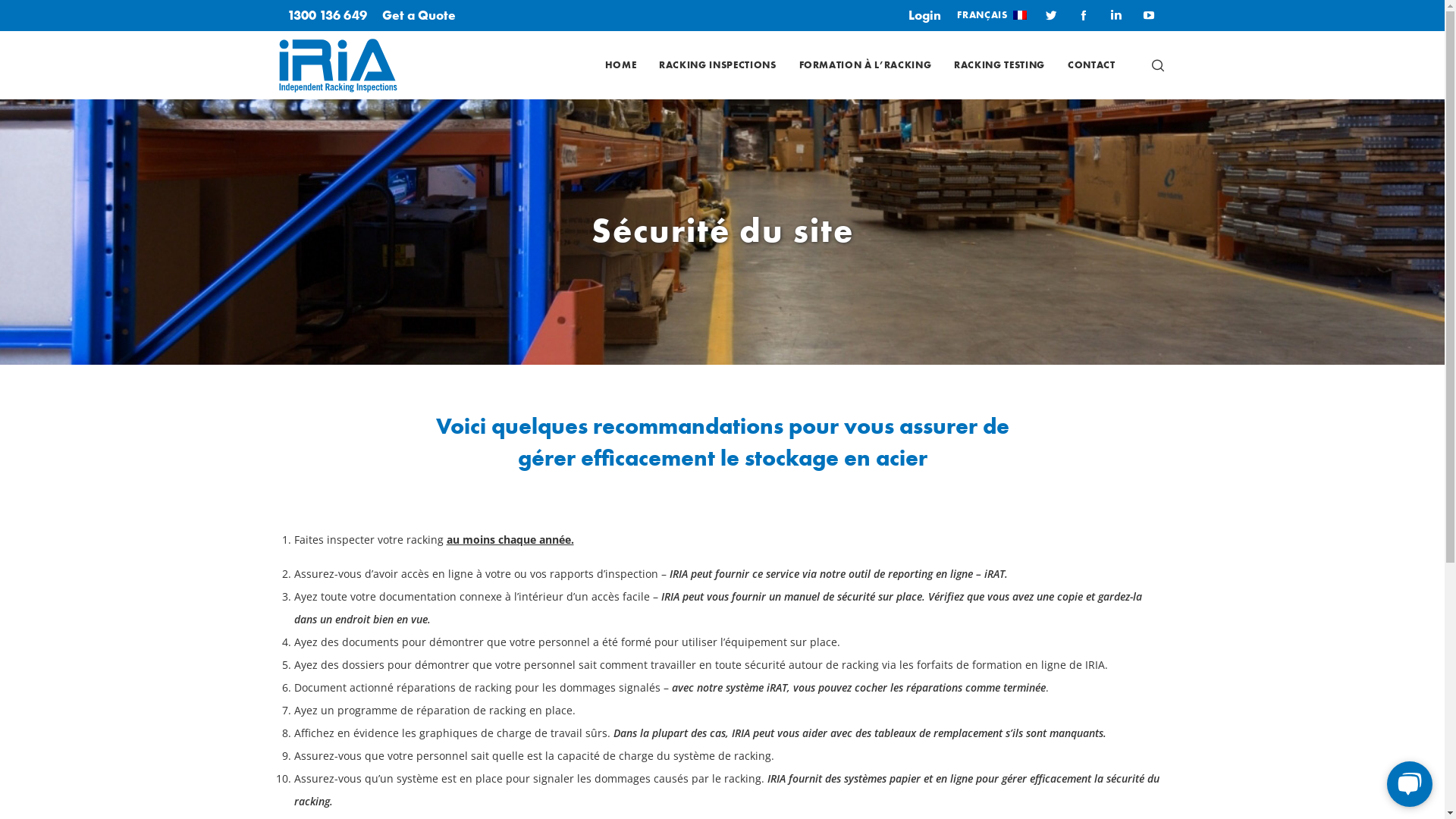 This screenshot has height=819, width=1456. I want to click on 'RACKING INSPECTIONS', so click(716, 64).